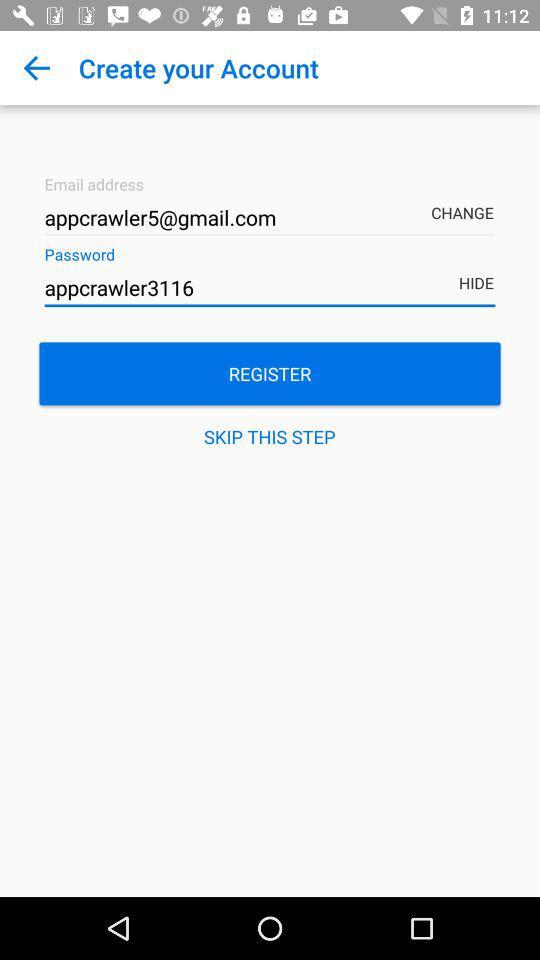 This screenshot has width=540, height=960. Describe the element at coordinates (36, 68) in the screenshot. I see `item above the appcrawler5@gmail.com` at that location.